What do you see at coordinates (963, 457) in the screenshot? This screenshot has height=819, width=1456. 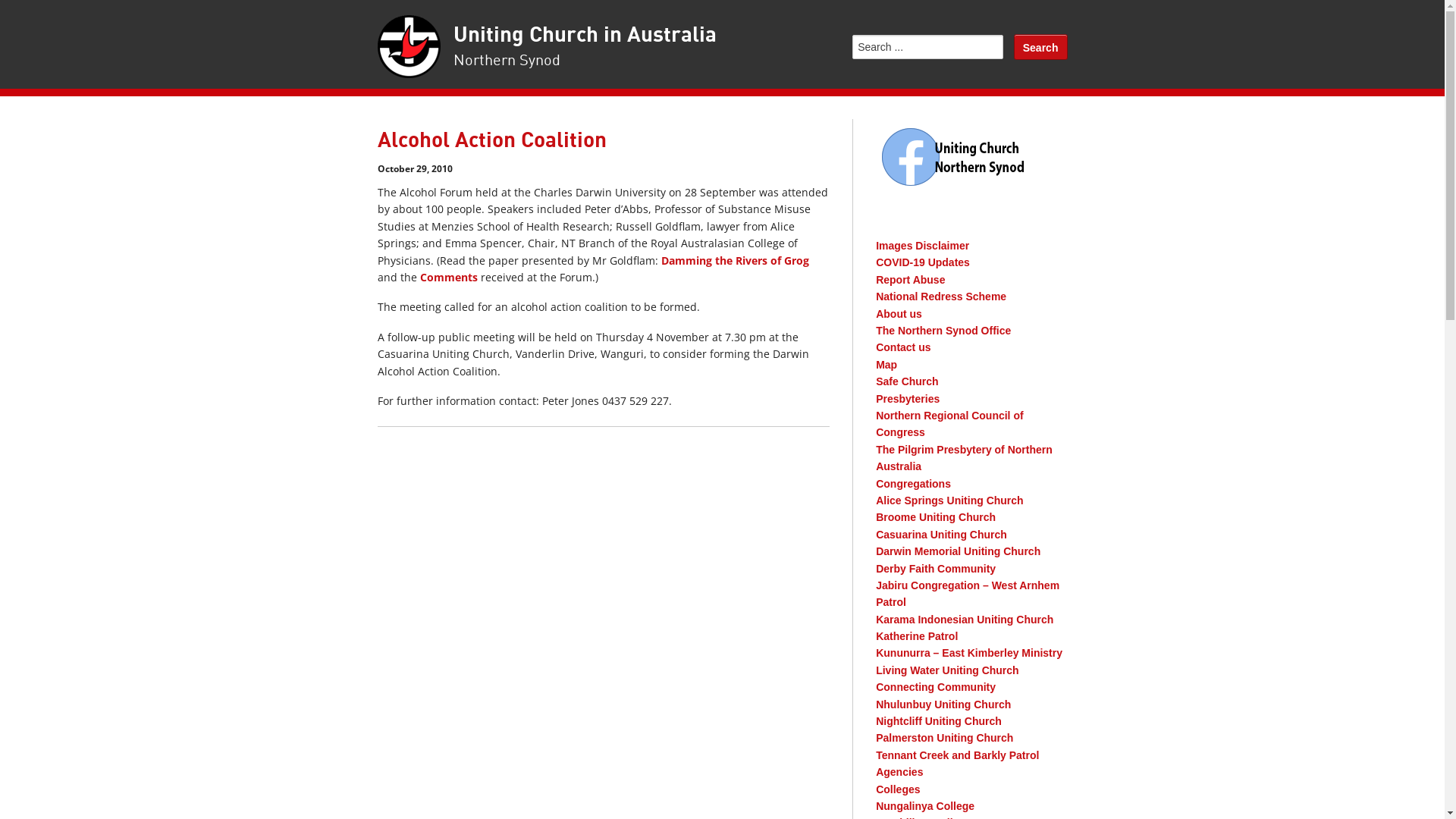 I see `'The Pilgrim Presbytery of Northern Australia'` at bounding box center [963, 457].